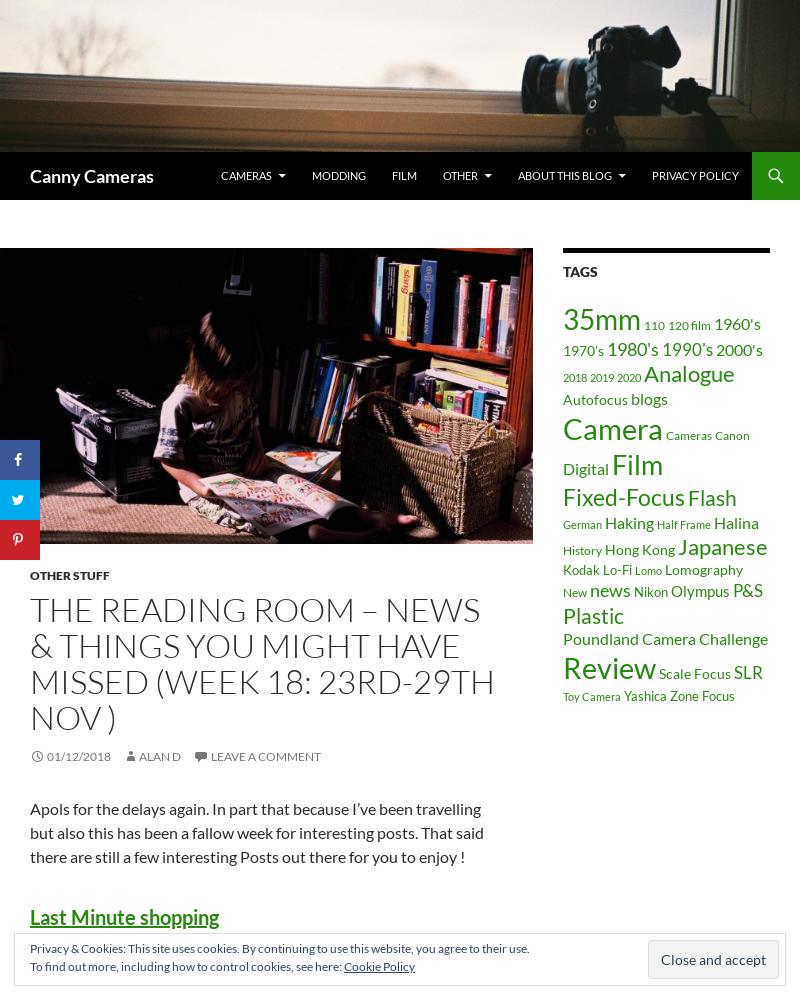 The image size is (800, 993). What do you see at coordinates (701, 694) in the screenshot?
I see `'Zone Focus'` at bounding box center [701, 694].